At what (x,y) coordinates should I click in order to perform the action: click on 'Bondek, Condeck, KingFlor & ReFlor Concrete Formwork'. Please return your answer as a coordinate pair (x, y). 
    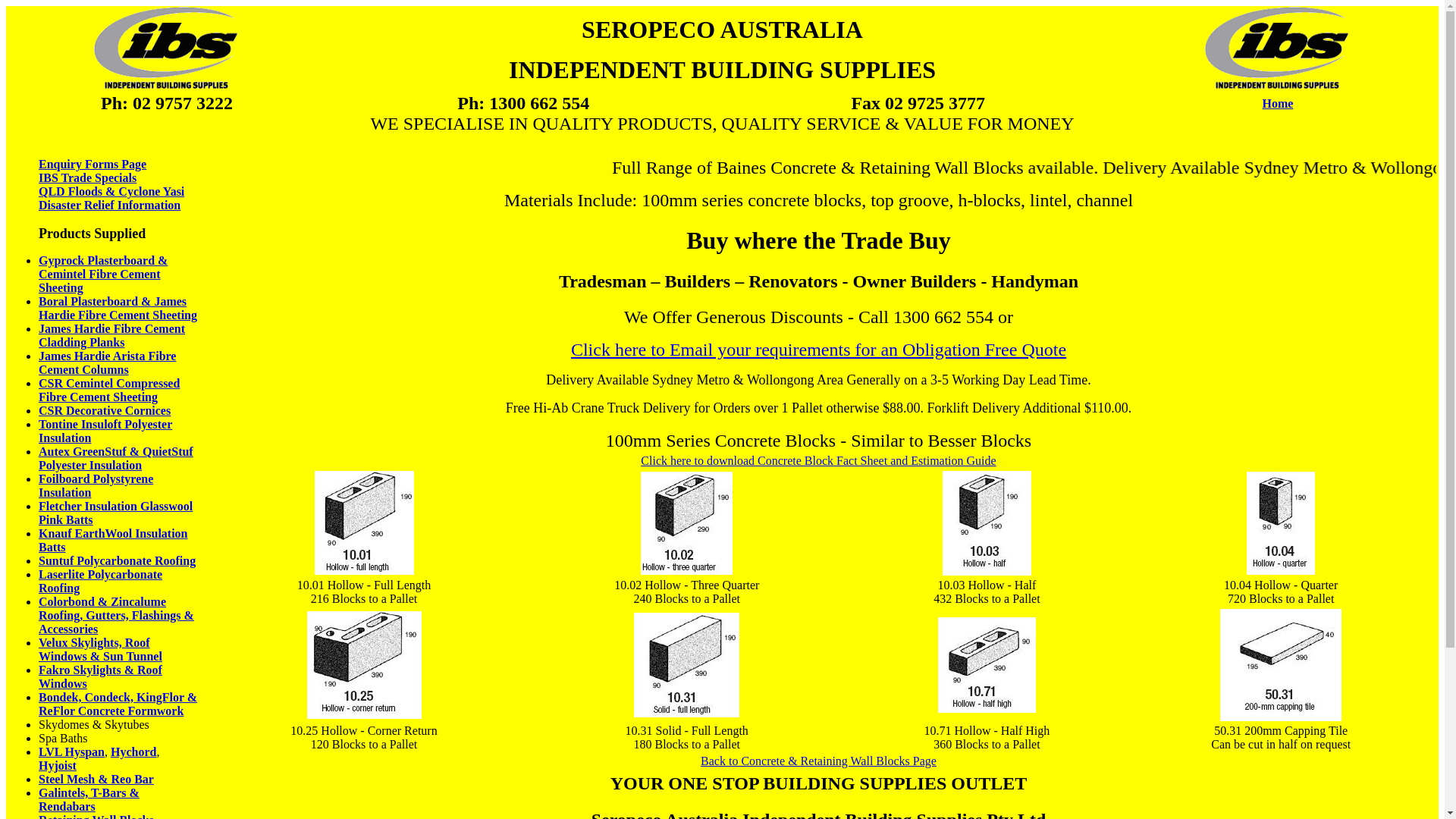
    Looking at the image, I should click on (117, 704).